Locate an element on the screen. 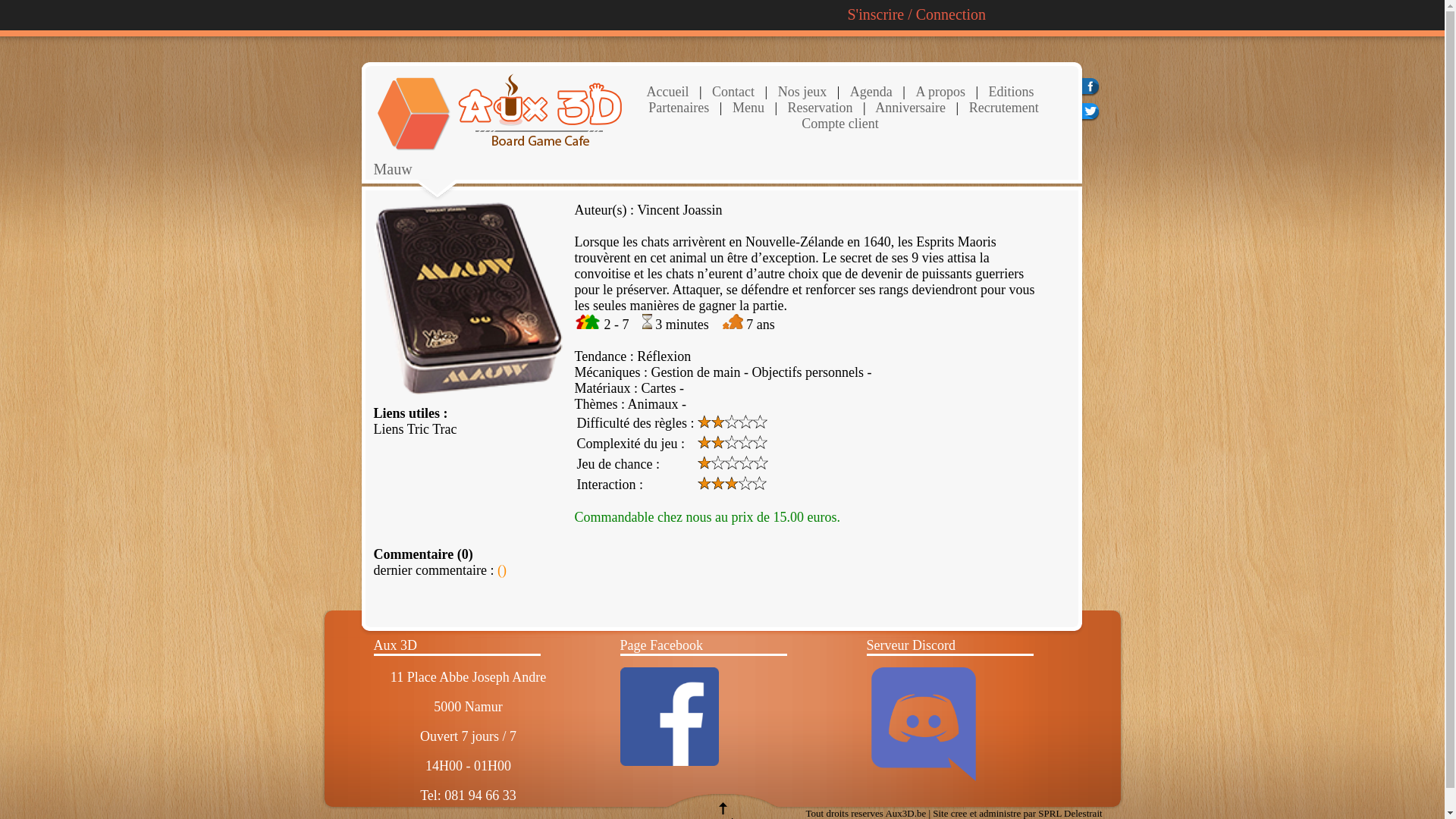  'nombre de joueurs' is located at coordinates (586, 324).